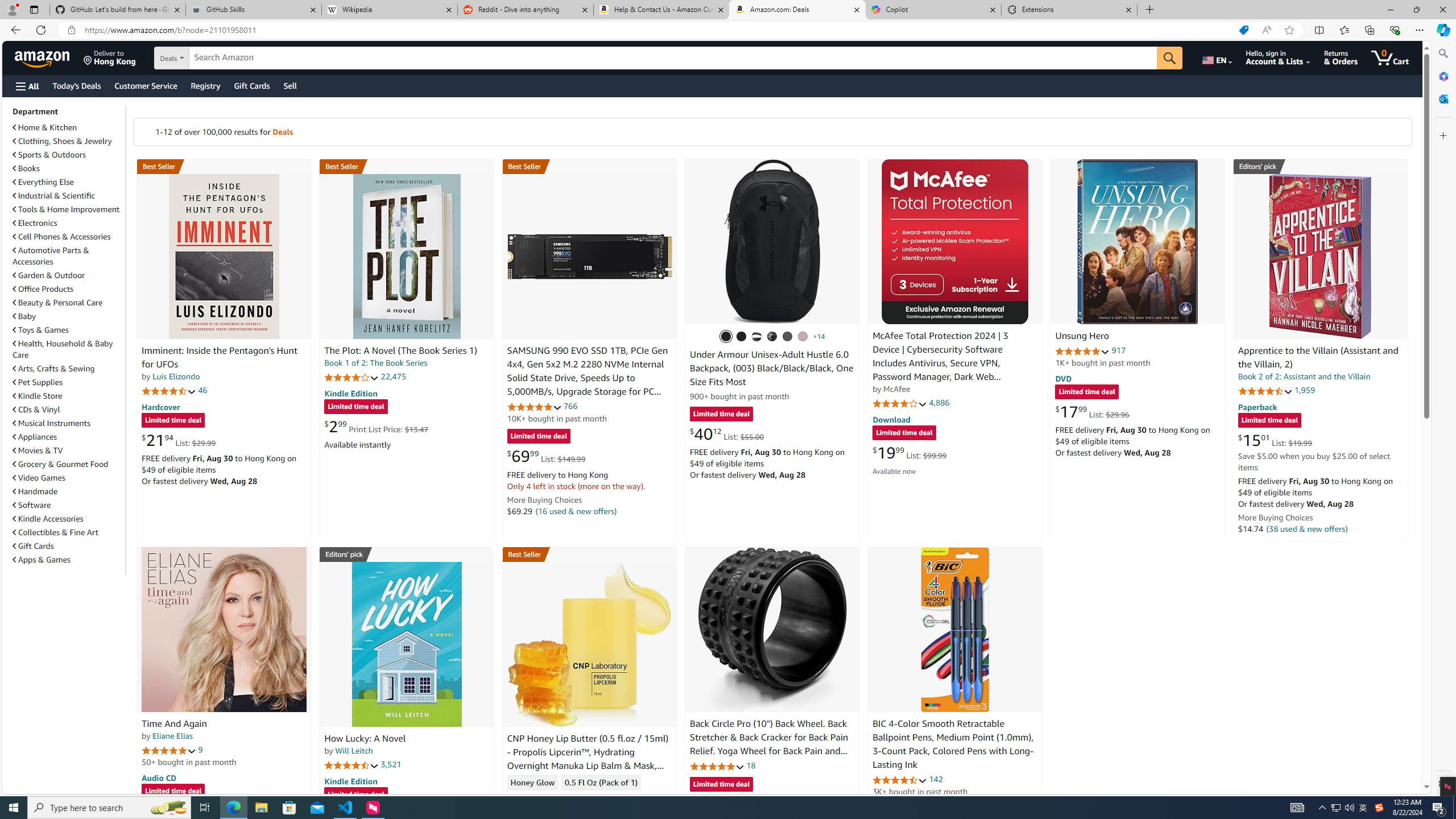 The height and width of the screenshot is (819, 1456). Describe the element at coordinates (936, 779) in the screenshot. I see `'142'` at that location.